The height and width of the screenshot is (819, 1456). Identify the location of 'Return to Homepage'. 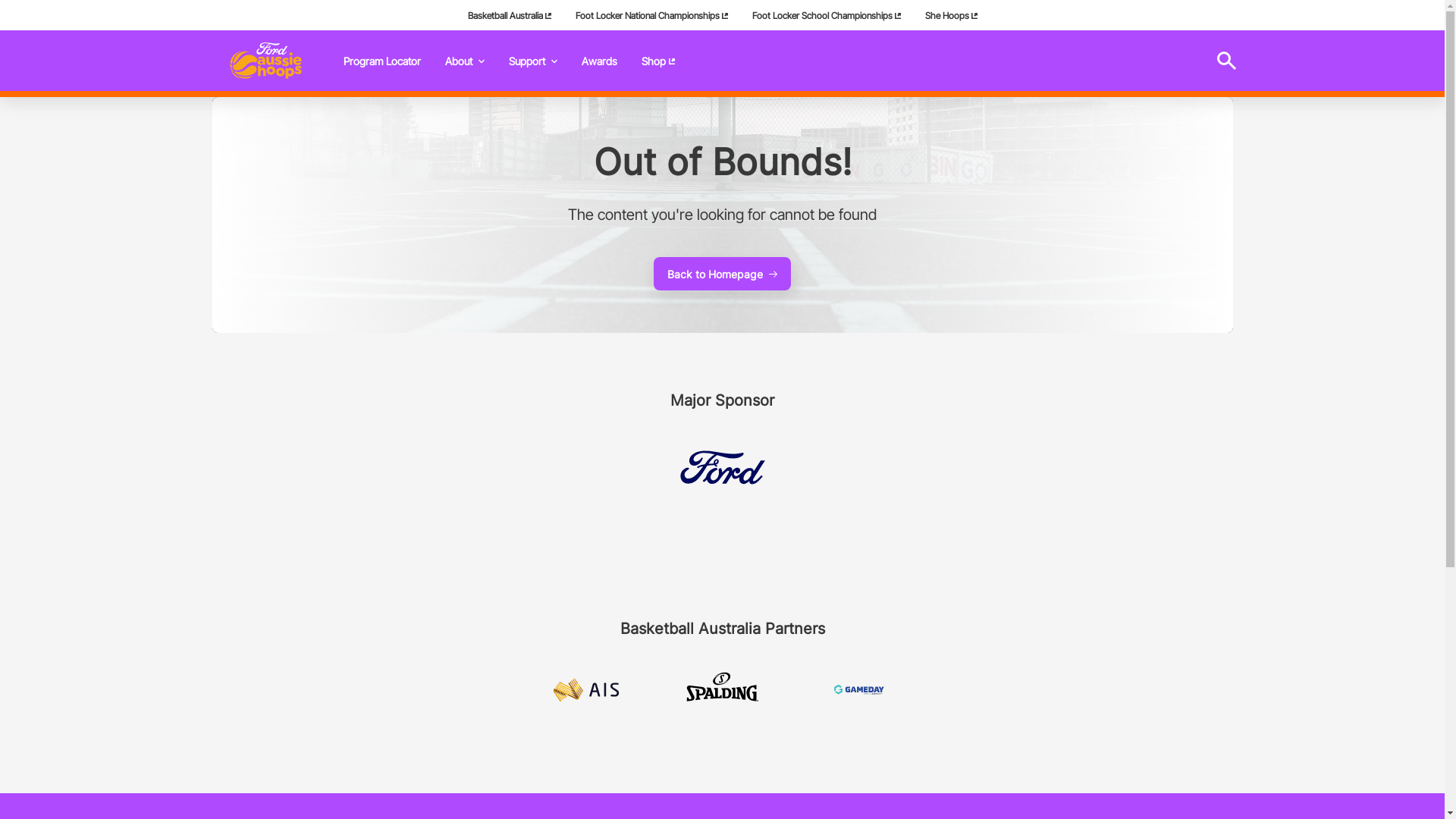
(265, 60).